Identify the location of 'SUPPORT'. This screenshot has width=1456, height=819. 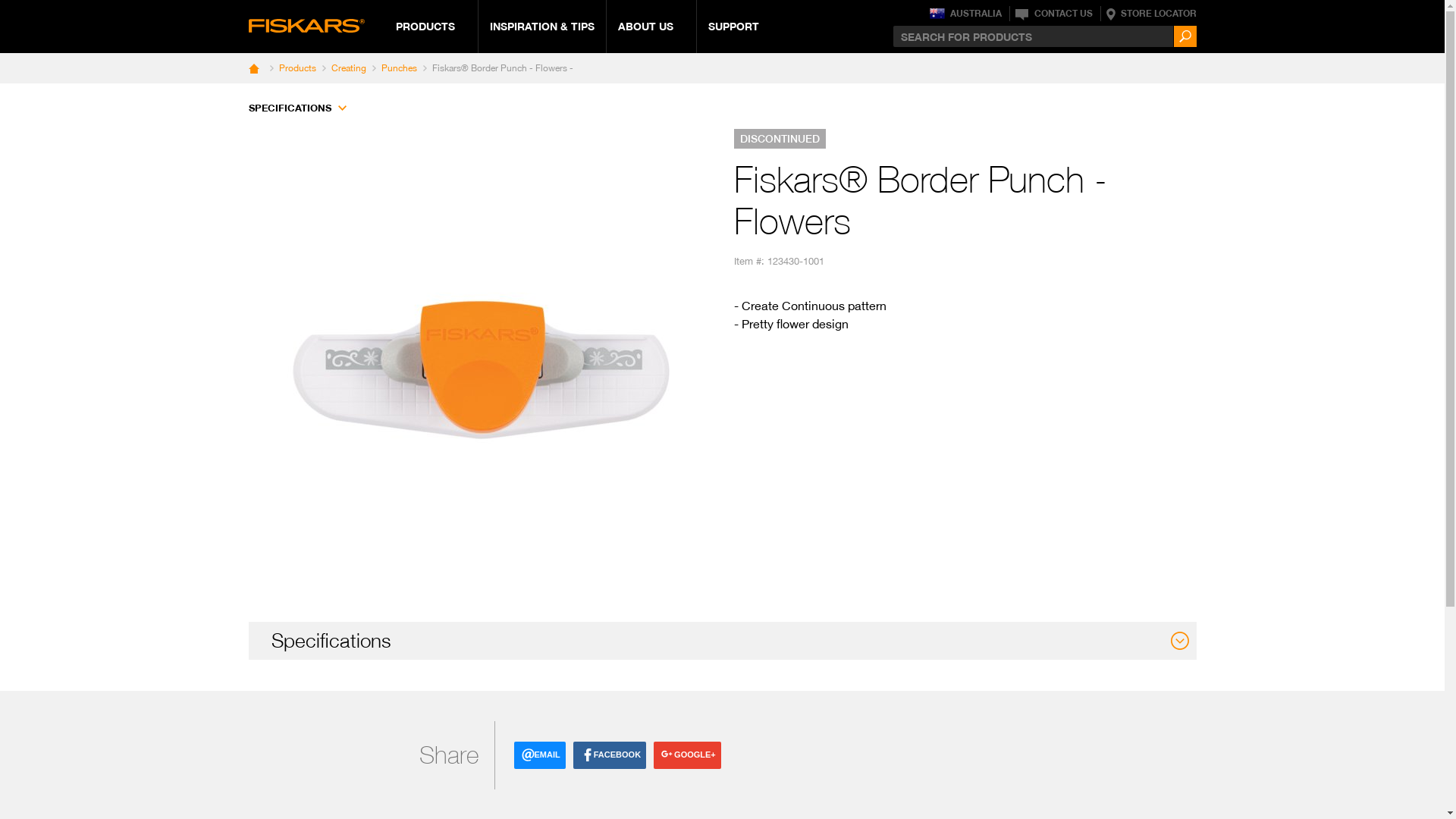
(708, 26).